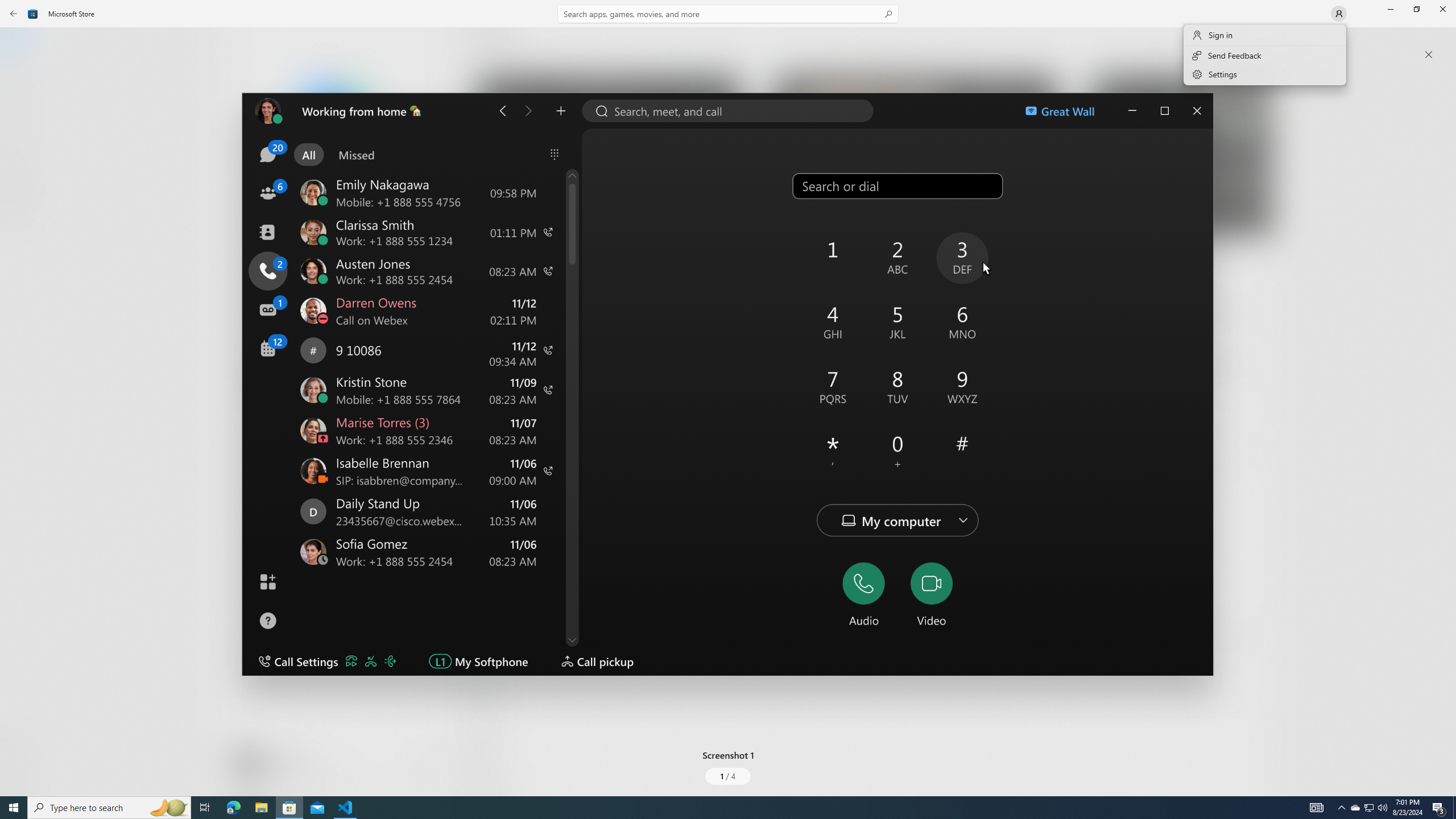 The width and height of the screenshot is (1456, 819). I want to click on 'Back', so click(14, 13).